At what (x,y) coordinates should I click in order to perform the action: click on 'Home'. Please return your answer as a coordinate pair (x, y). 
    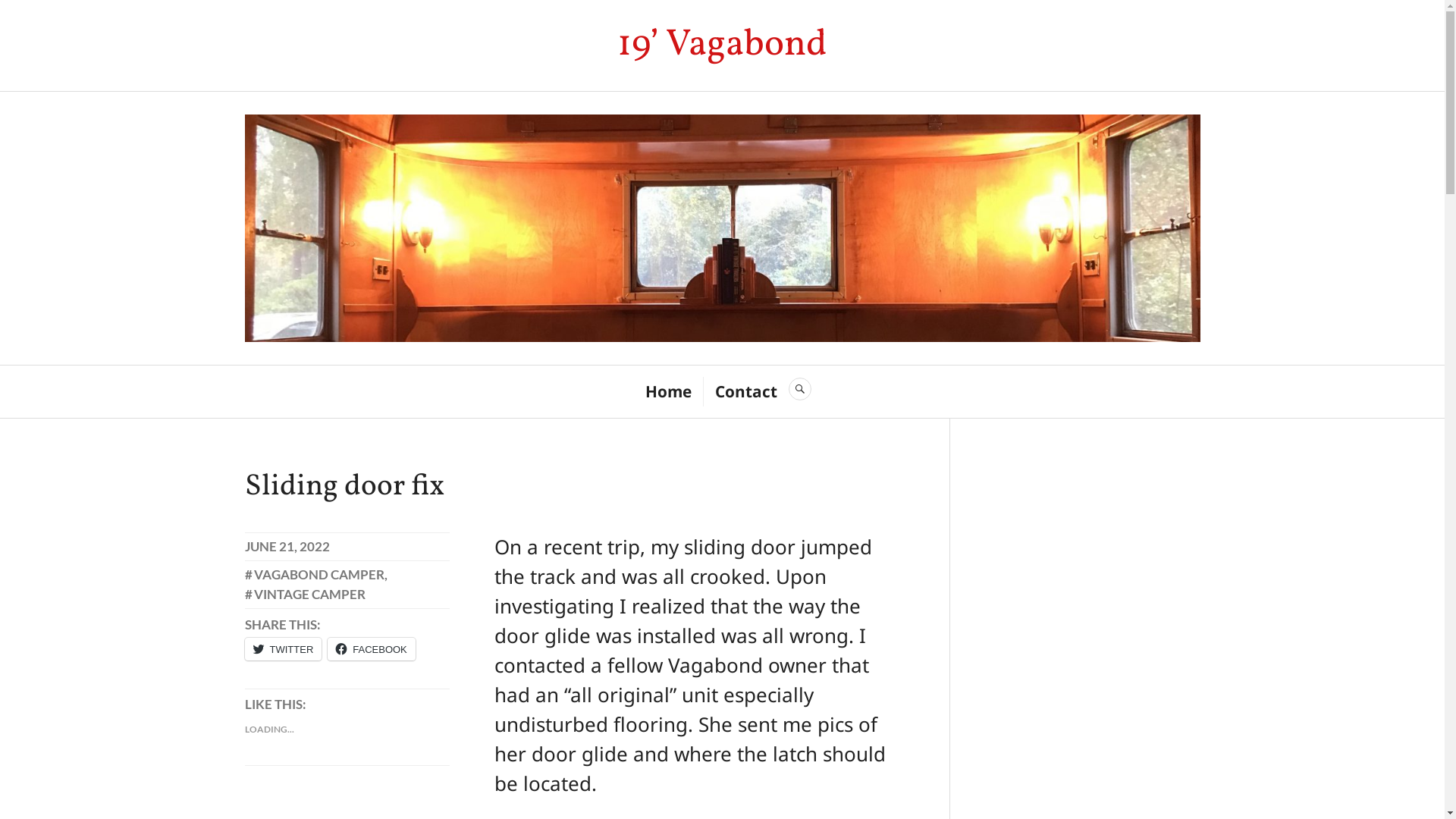
    Looking at the image, I should click on (667, 391).